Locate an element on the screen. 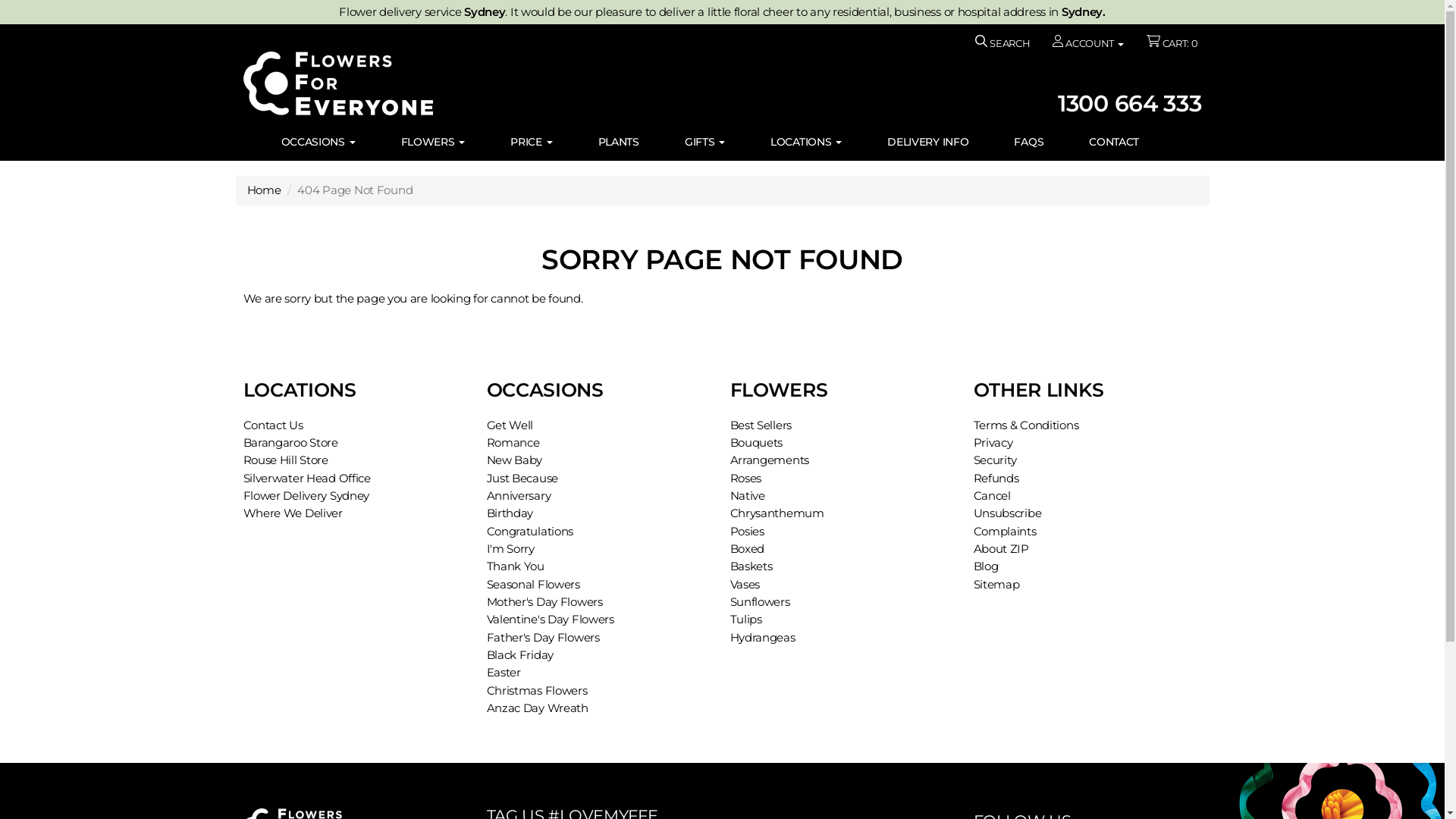 This screenshot has width=1456, height=819. 'Contact Us' is located at coordinates (272, 425).